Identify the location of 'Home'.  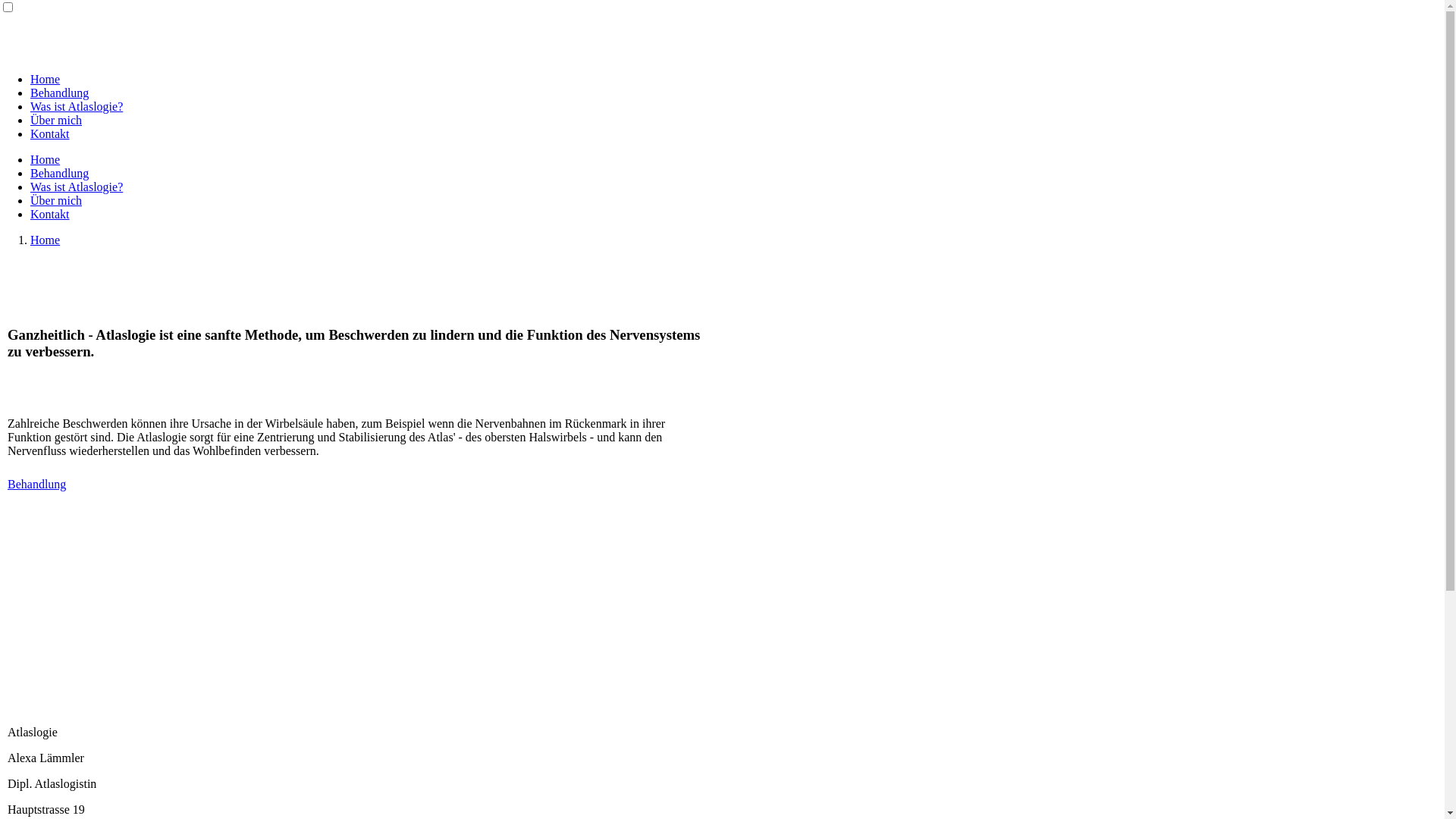
(45, 79).